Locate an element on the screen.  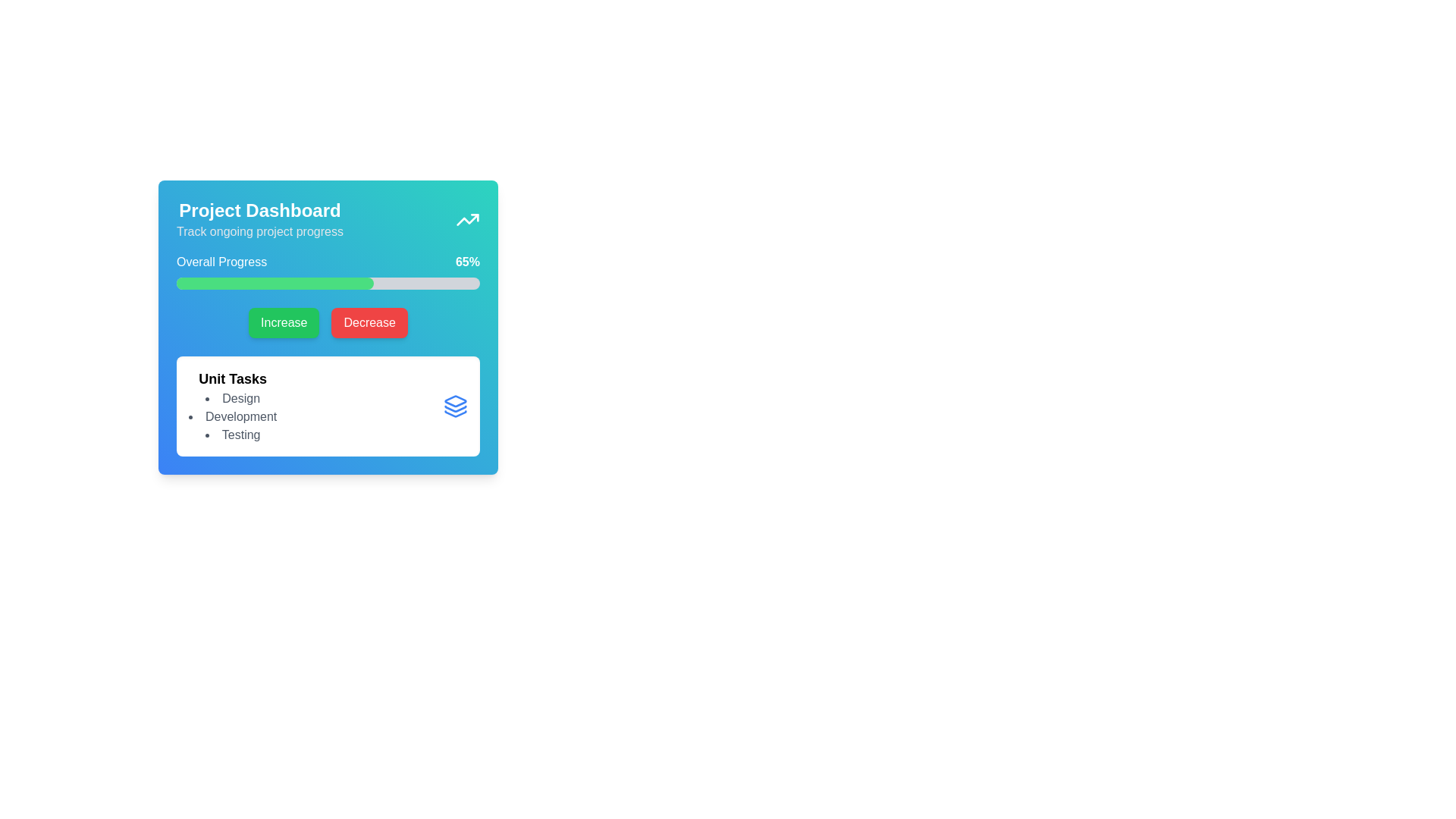
the static text element displaying '65%' in bold on a teal background, which is located to the right of the 'Overall Progress' section and aligned with the progress bar is located at coordinates (466, 262).